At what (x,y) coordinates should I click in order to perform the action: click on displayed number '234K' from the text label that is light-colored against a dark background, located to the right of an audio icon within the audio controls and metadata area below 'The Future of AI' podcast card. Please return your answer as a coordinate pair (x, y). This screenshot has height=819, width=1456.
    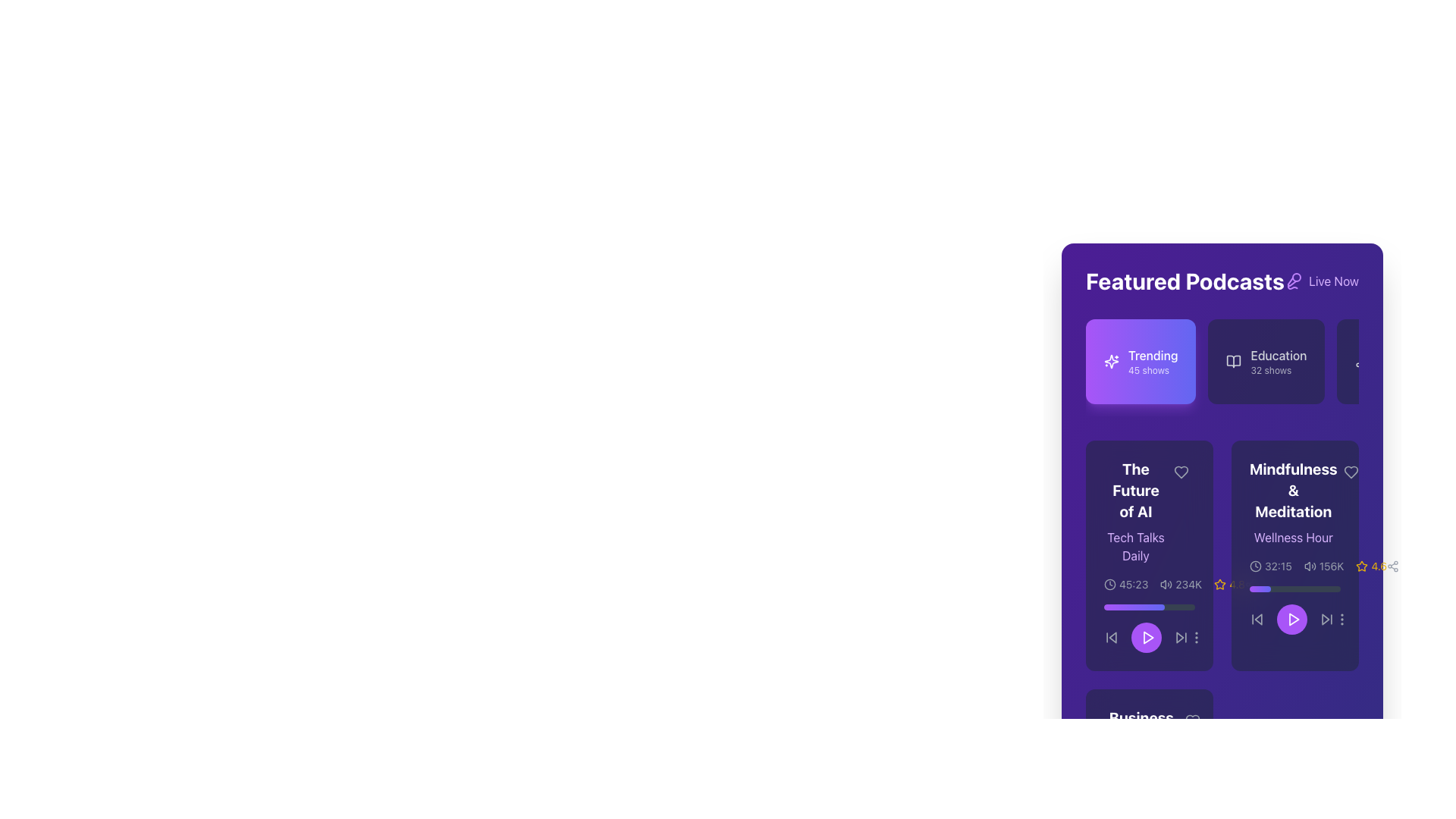
    Looking at the image, I should click on (1188, 584).